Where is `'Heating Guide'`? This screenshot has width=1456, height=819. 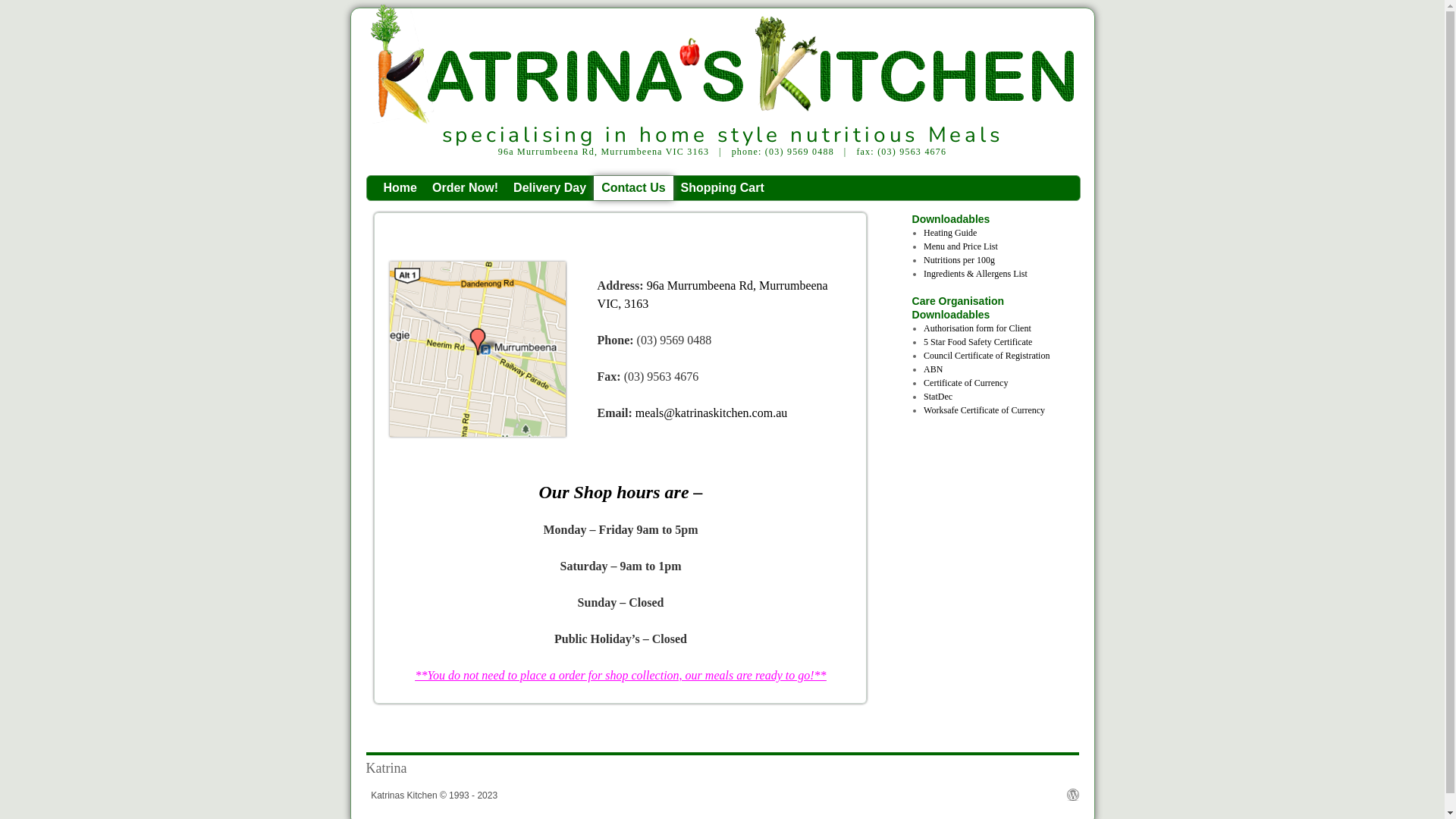 'Heating Guide' is located at coordinates (923, 233).